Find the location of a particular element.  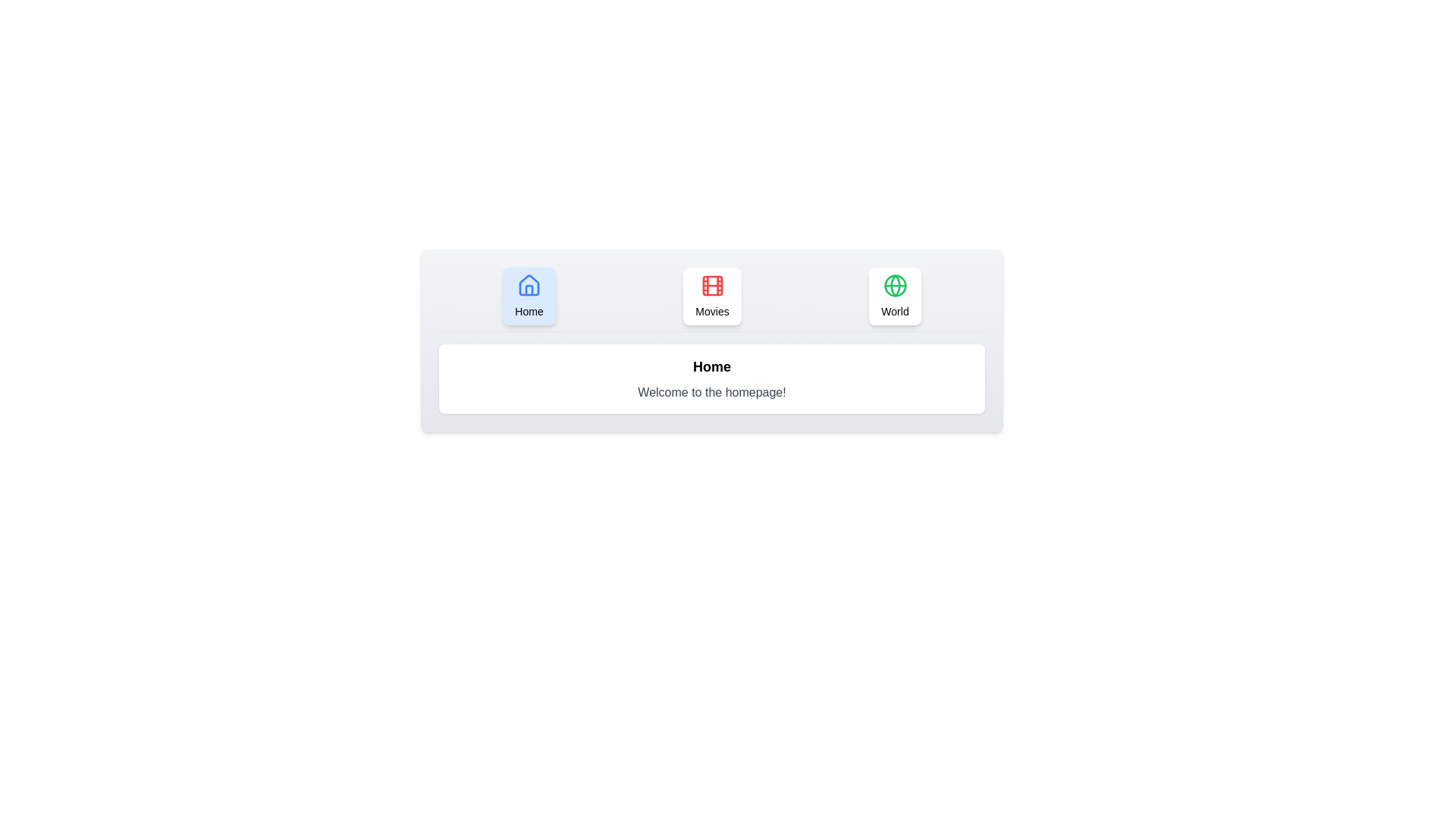

the World tab to observe its hover effect is located at coordinates (895, 296).